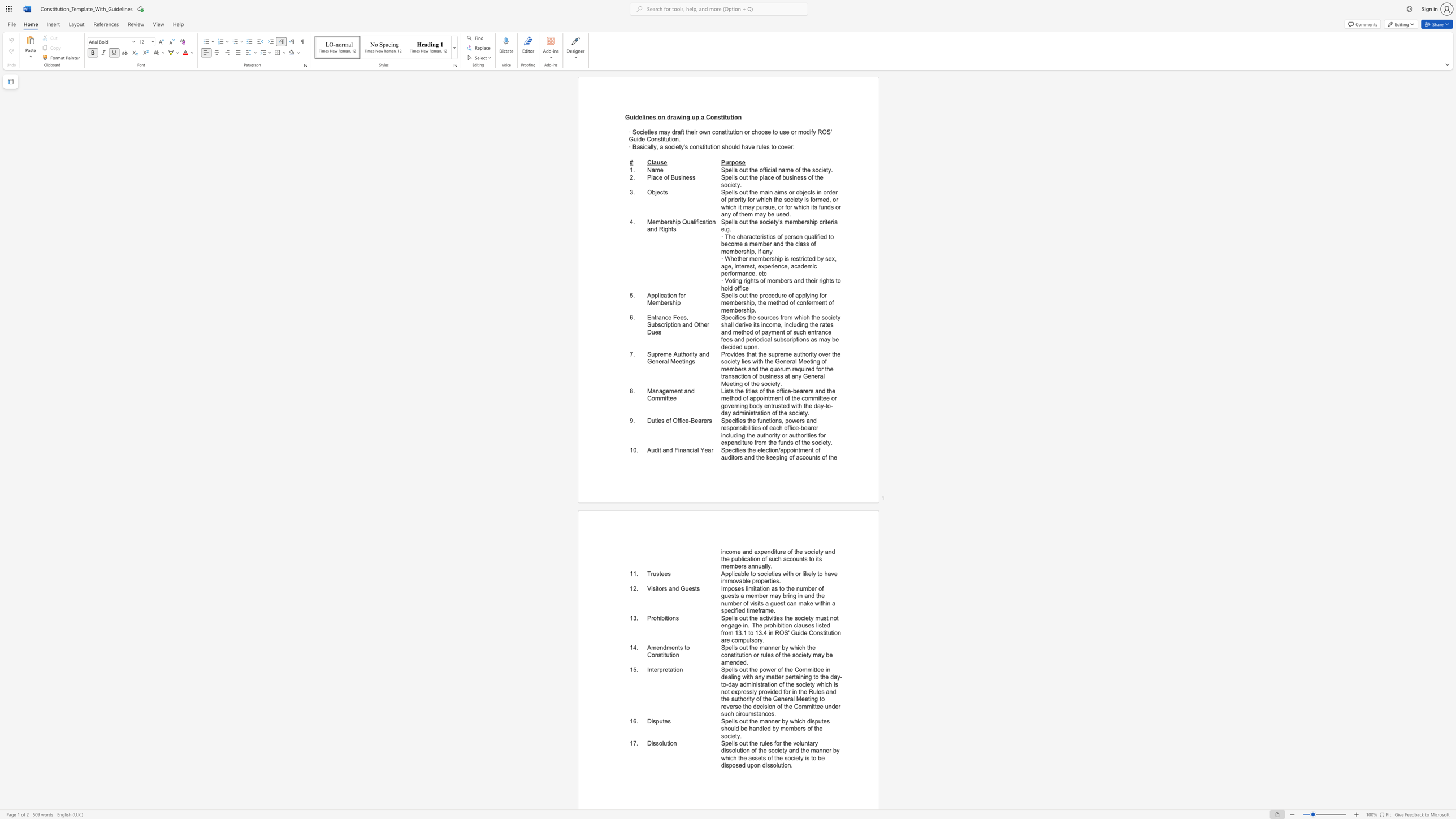 The image size is (1456, 819). Describe the element at coordinates (754, 346) in the screenshot. I see `the subset text "n." within the text "Specifies the sources from which the society shall derive its income, including the rates and method of payment of such entrance fees and periodical subscriptions as may be decided upon."` at that location.